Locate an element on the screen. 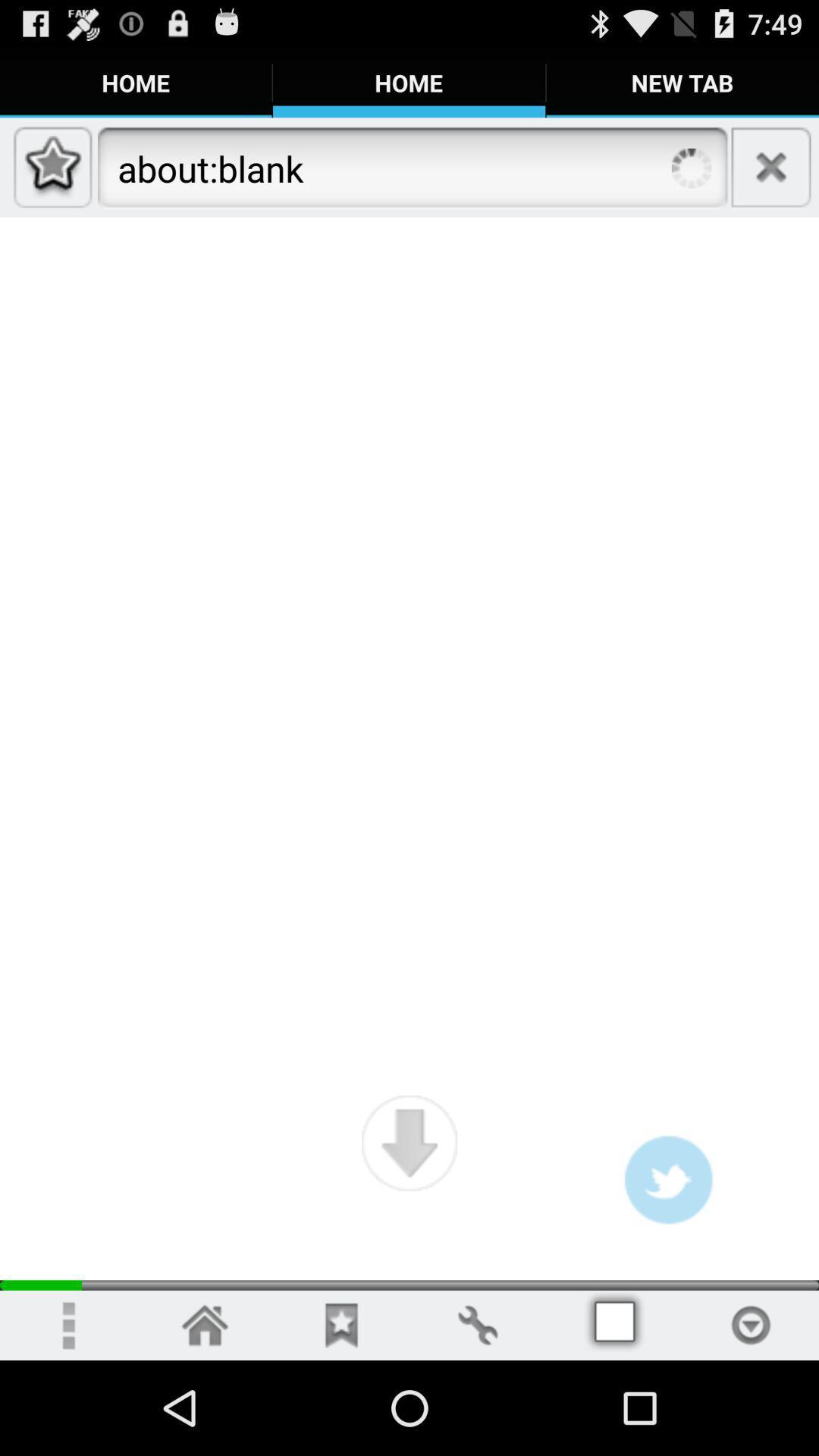  the bookmark icon is located at coordinates (341, 1417).